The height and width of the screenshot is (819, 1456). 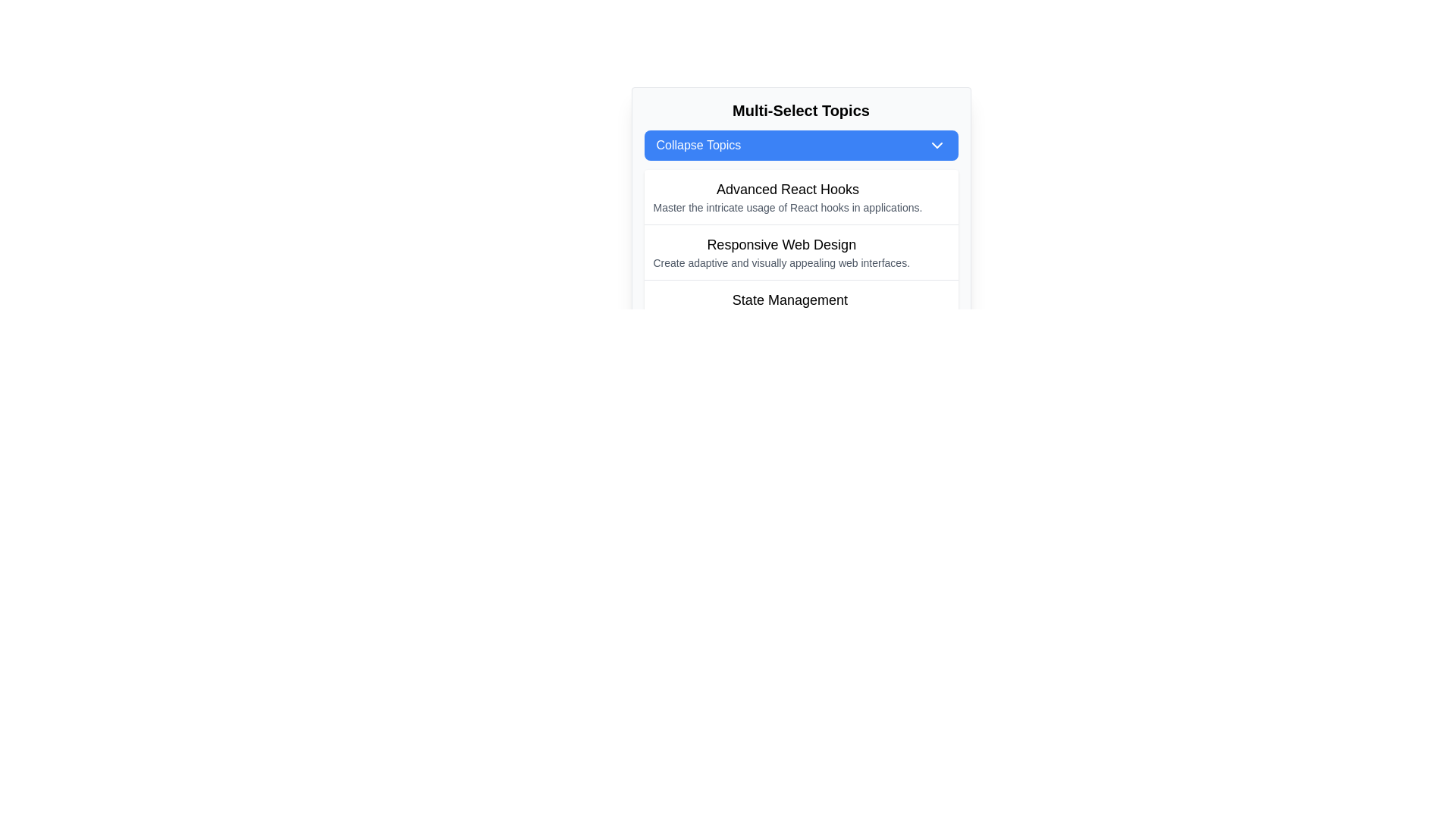 What do you see at coordinates (787, 189) in the screenshot?
I see `the Text Heading that introduces advanced usage of React hooks, positioned above the text 'Master the intricate usage of React hooks in applications.'` at bounding box center [787, 189].